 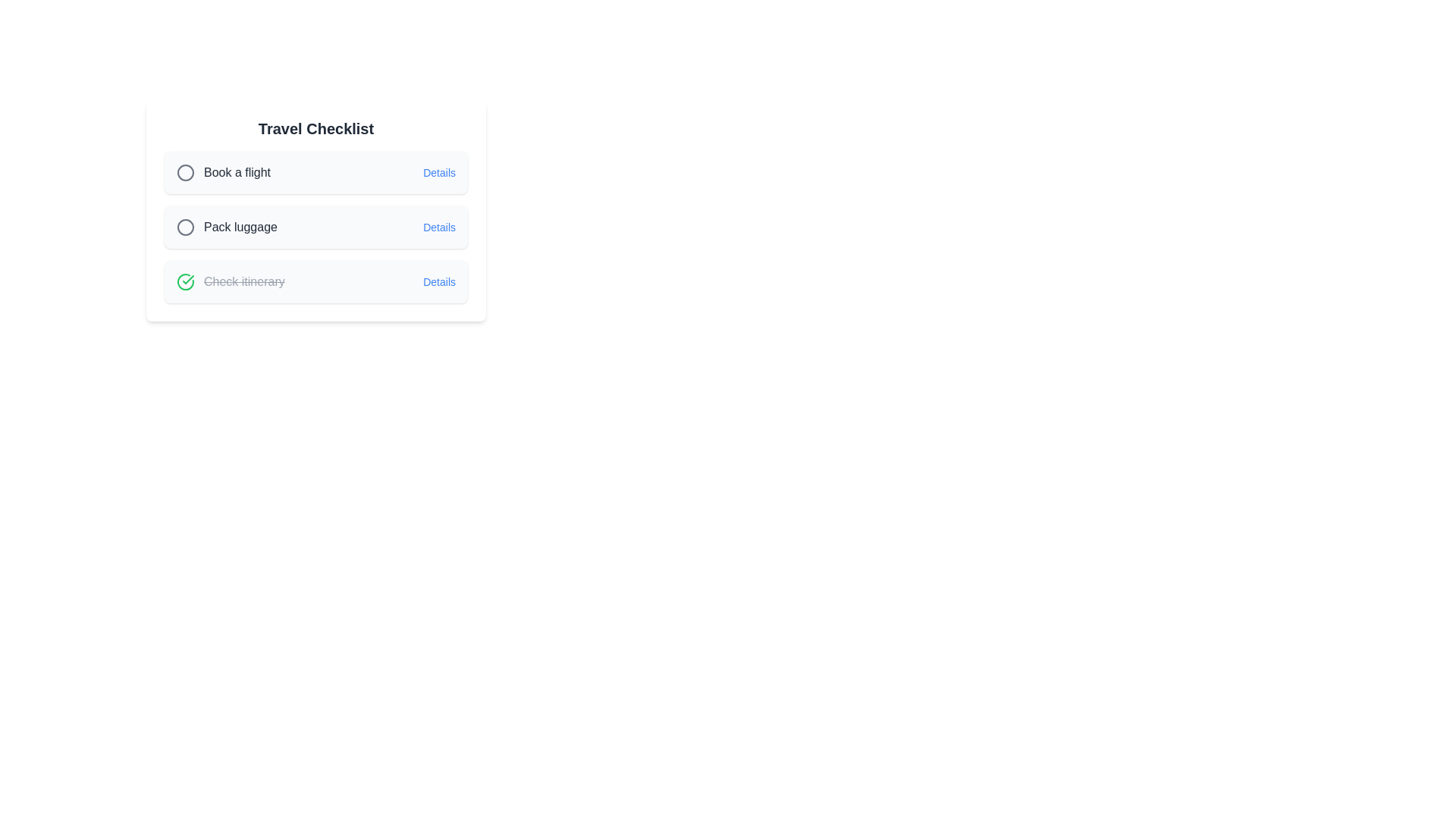 What do you see at coordinates (184, 227) in the screenshot?
I see `the status of the circular indicator representing the checklist item 'Book a flight', which is located at the top of the list under 'Travel Checklist'` at bounding box center [184, 227].